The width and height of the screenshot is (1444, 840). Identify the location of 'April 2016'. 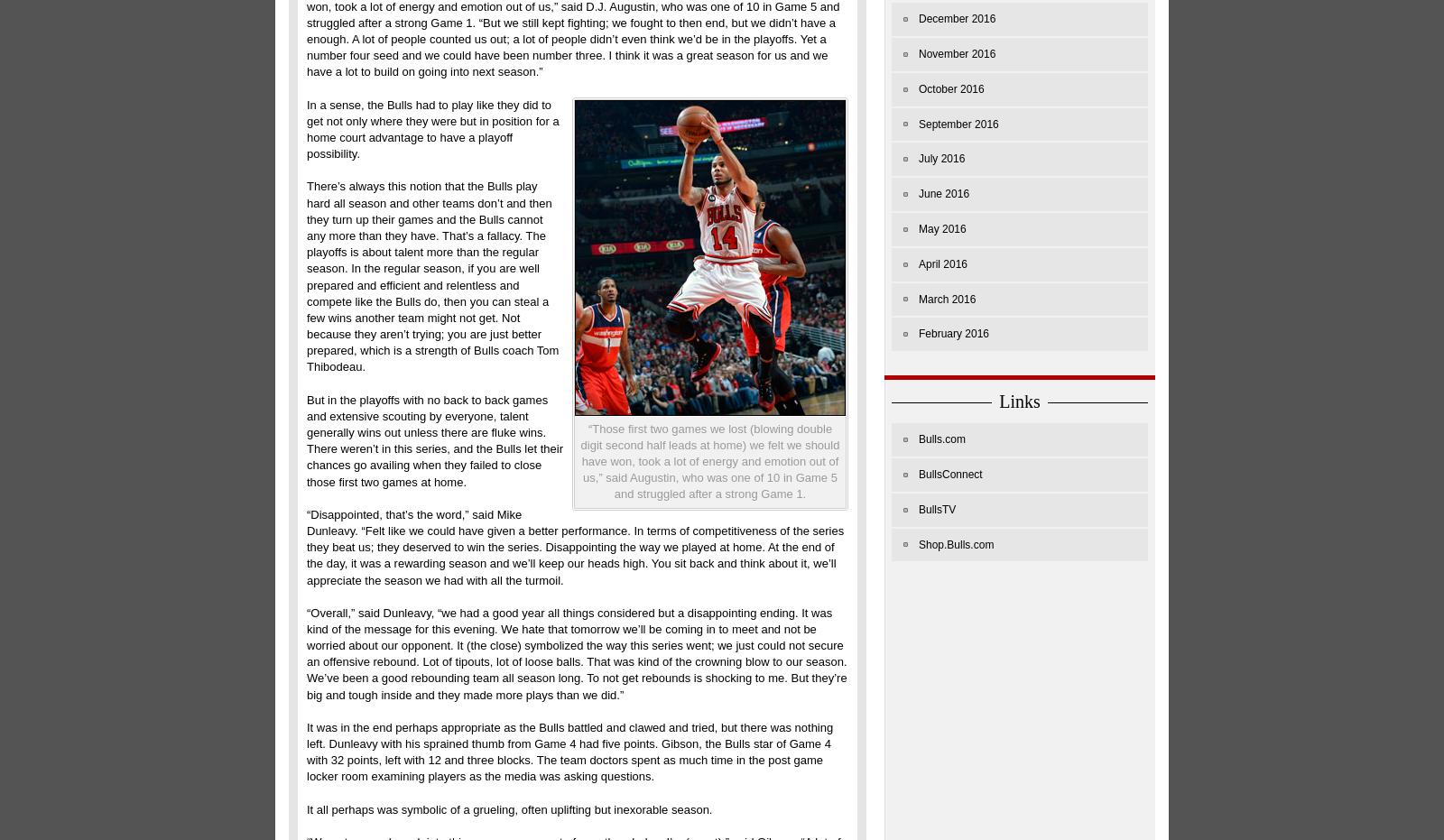
(942, 262).